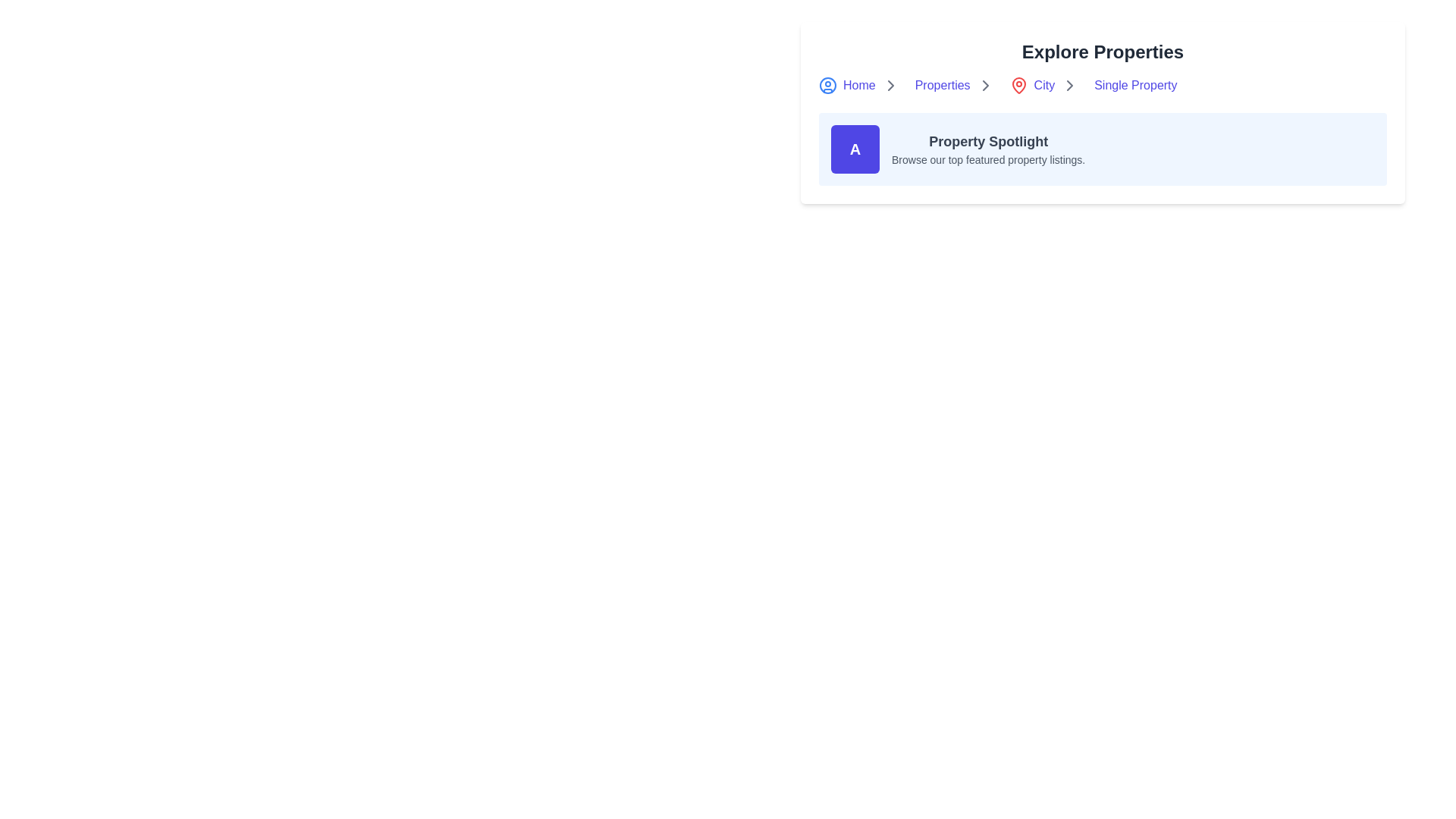 Image resolution: width=1456 pixels, height=819 pixels. I want to click on the interactive hyperlink labeled 'City' in the breadcrumb navigation section to underline the text, so click(1031, 85).